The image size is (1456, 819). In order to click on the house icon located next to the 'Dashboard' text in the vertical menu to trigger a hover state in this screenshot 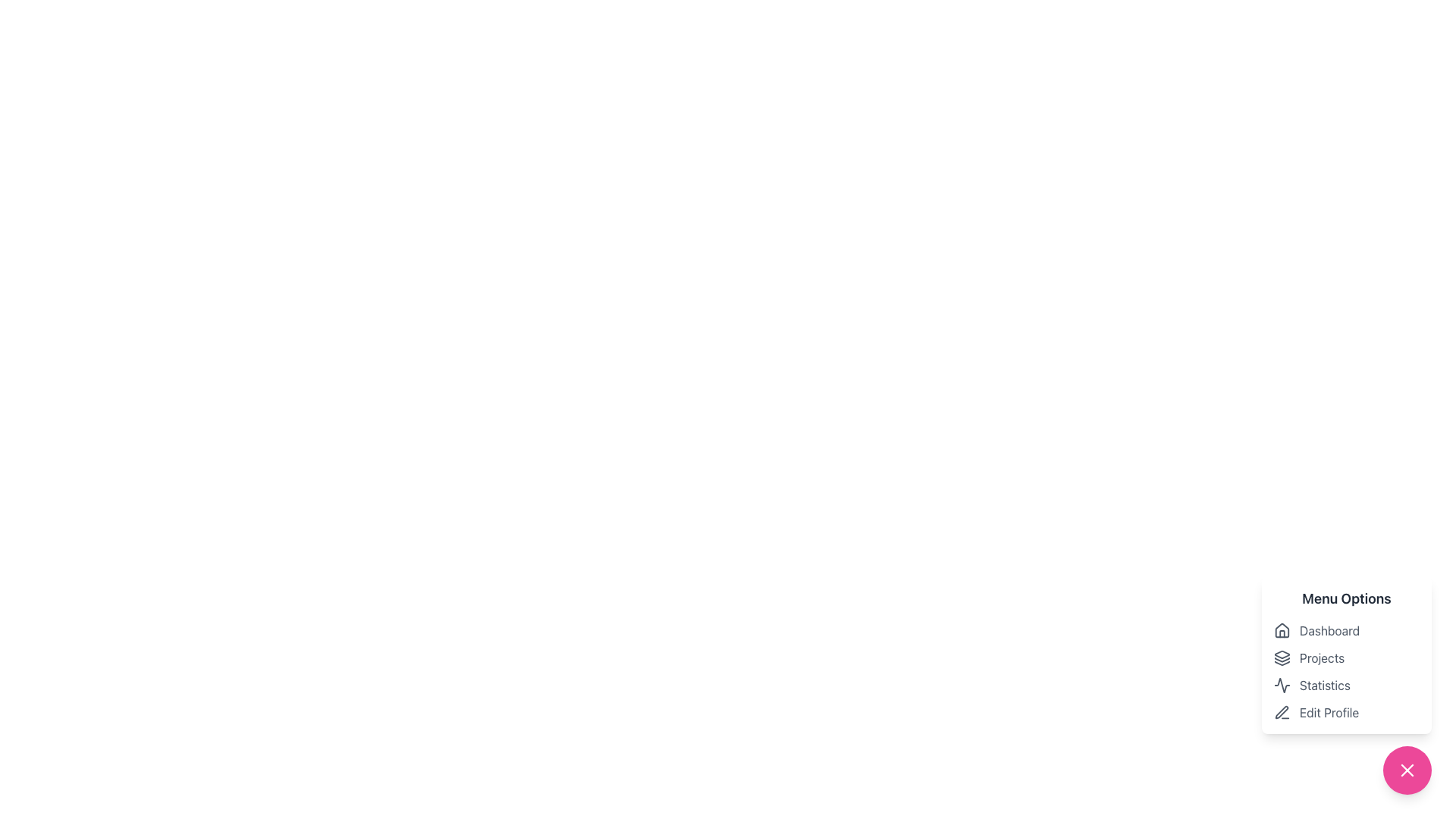, I will do `click(1281, 631)`.